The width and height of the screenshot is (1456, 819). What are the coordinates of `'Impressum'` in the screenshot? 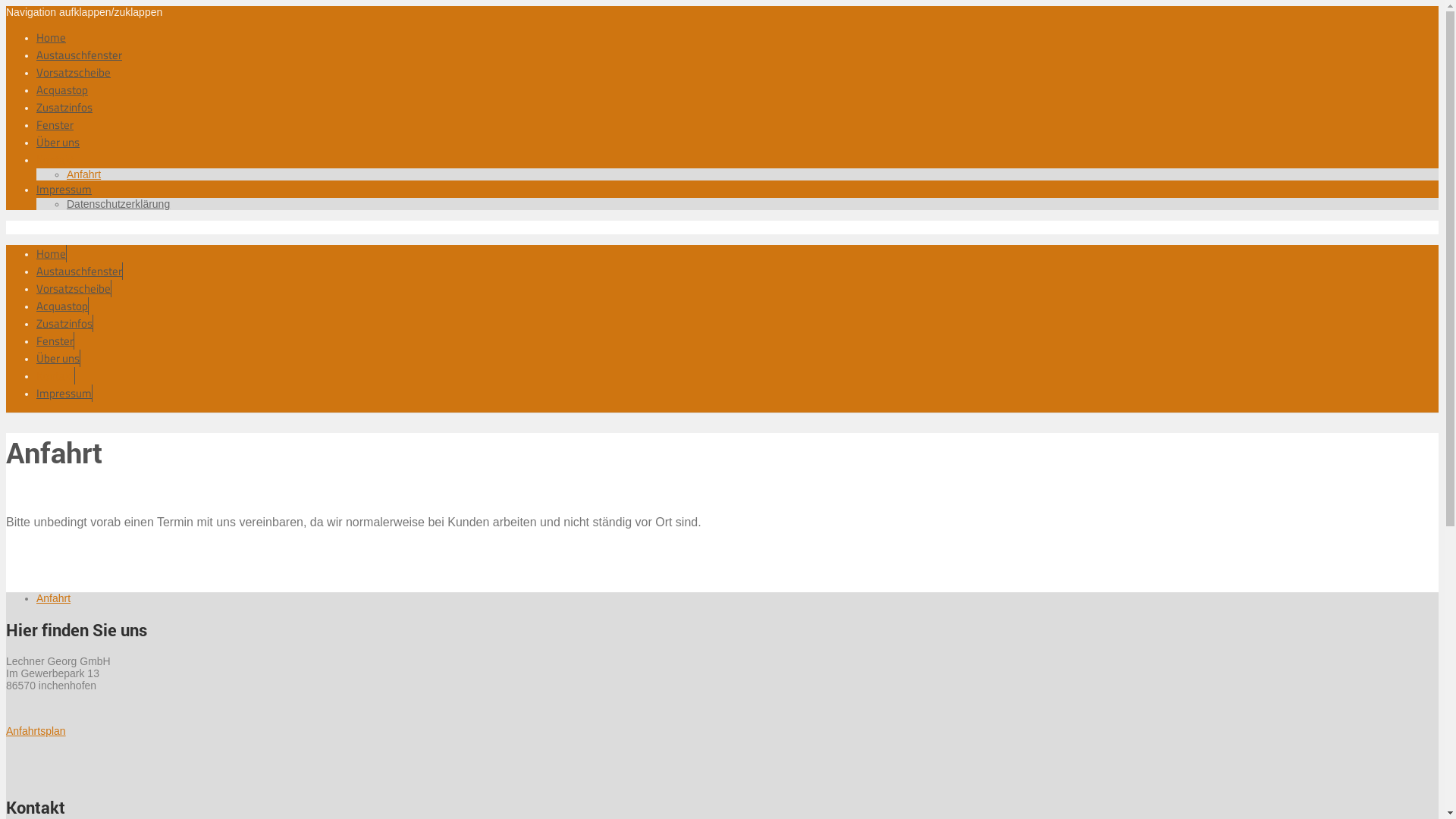 It's located at (36, 188).